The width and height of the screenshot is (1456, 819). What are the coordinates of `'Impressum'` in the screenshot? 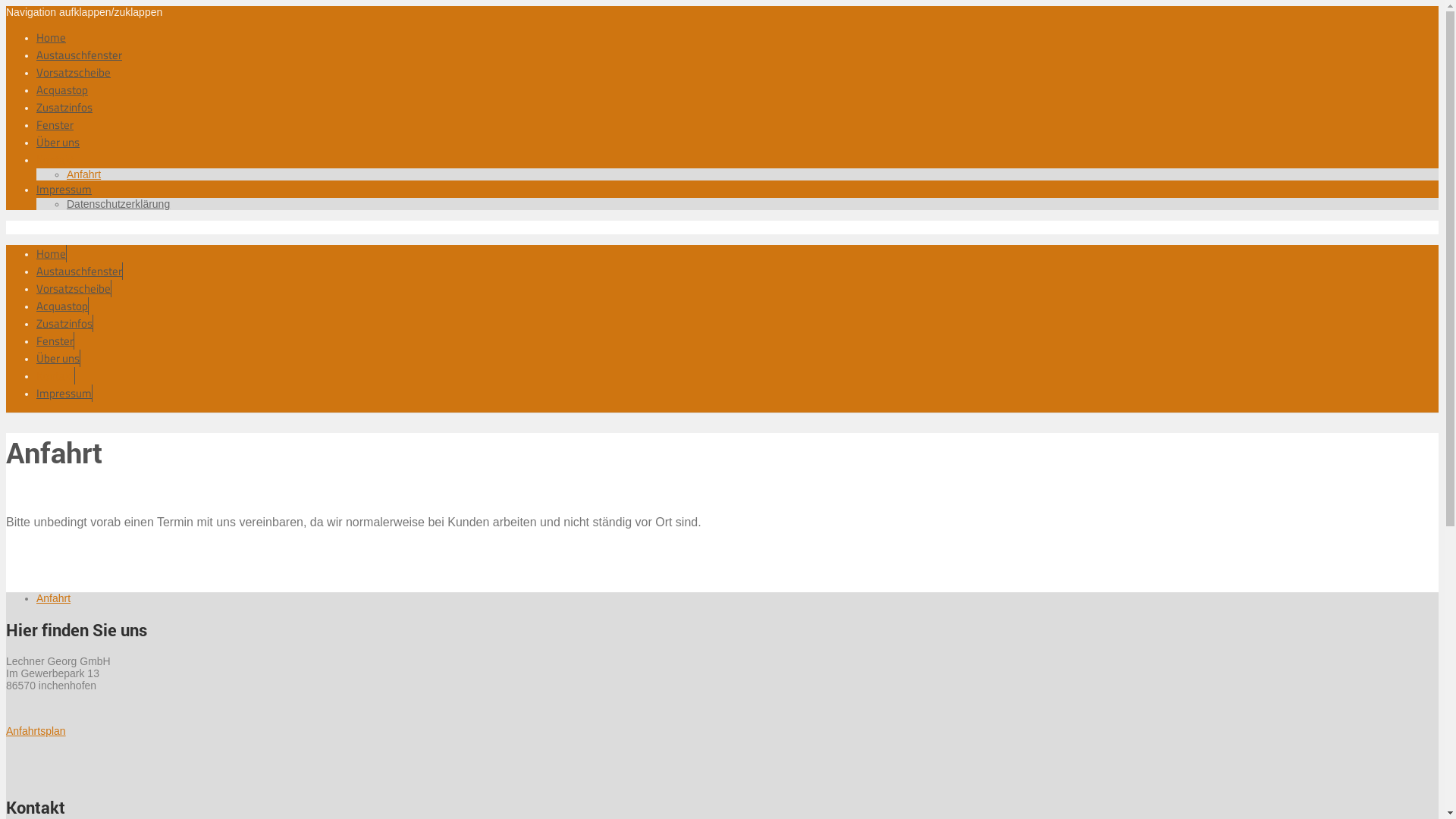 It's located at (36, 188).